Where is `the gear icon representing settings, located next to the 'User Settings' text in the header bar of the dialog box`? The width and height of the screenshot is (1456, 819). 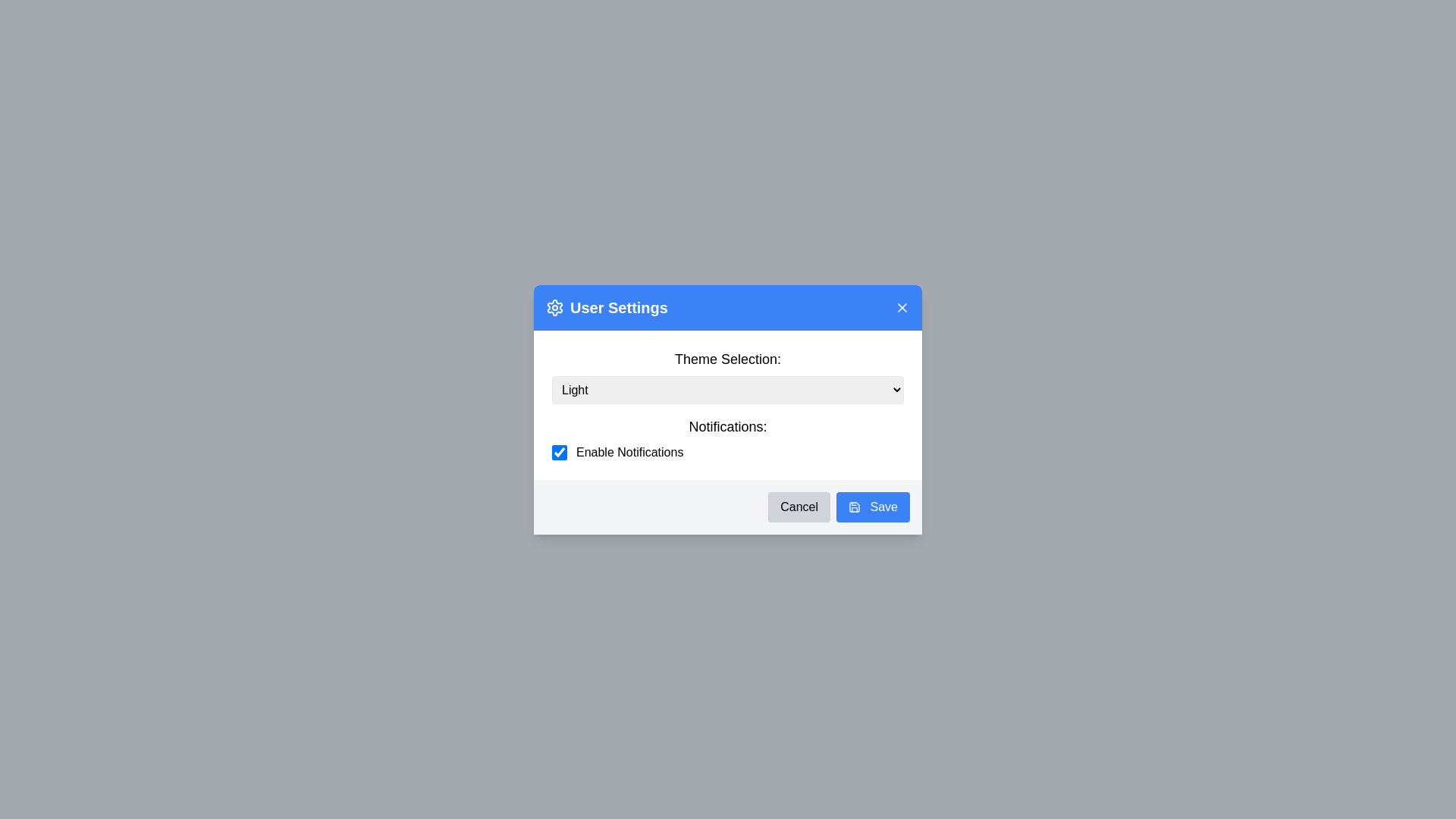 the gear icon representing settings, located next to the 'User Settings' text in the header bar of the dialog box is located at coordinates (554, 307).